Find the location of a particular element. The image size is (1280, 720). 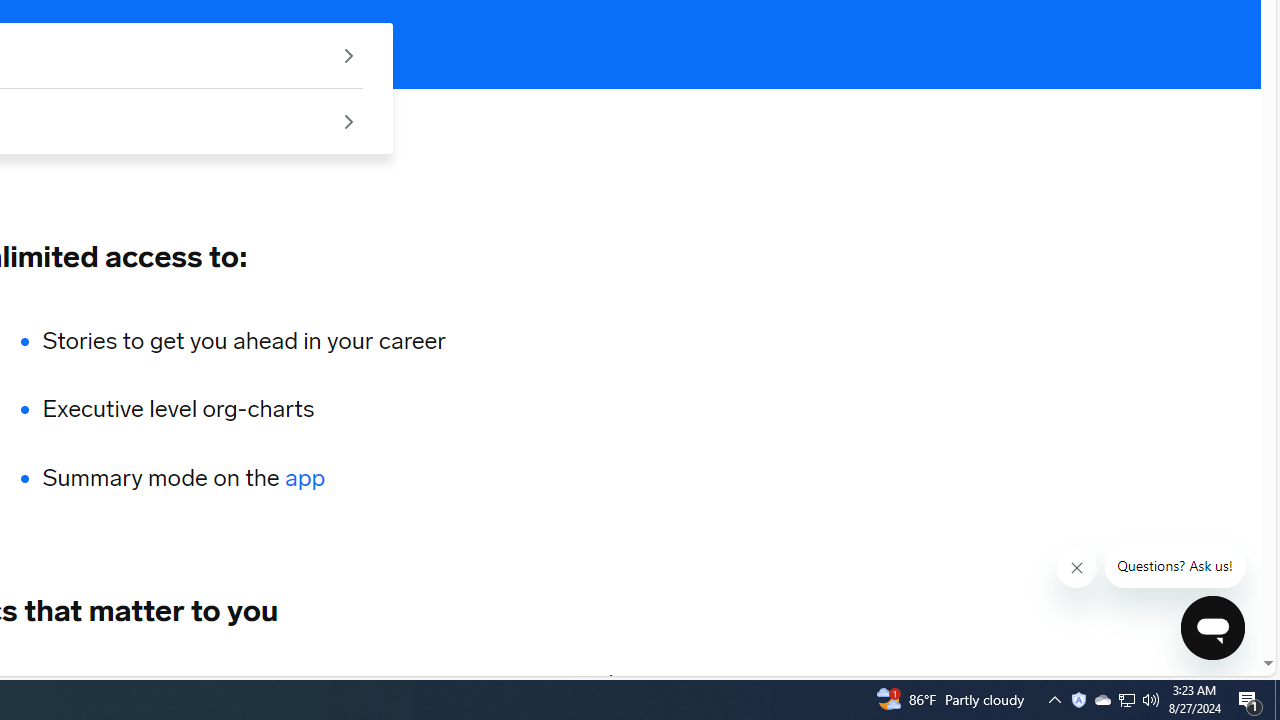

'HEALTHCARE' is located at coordinates (130, 680).